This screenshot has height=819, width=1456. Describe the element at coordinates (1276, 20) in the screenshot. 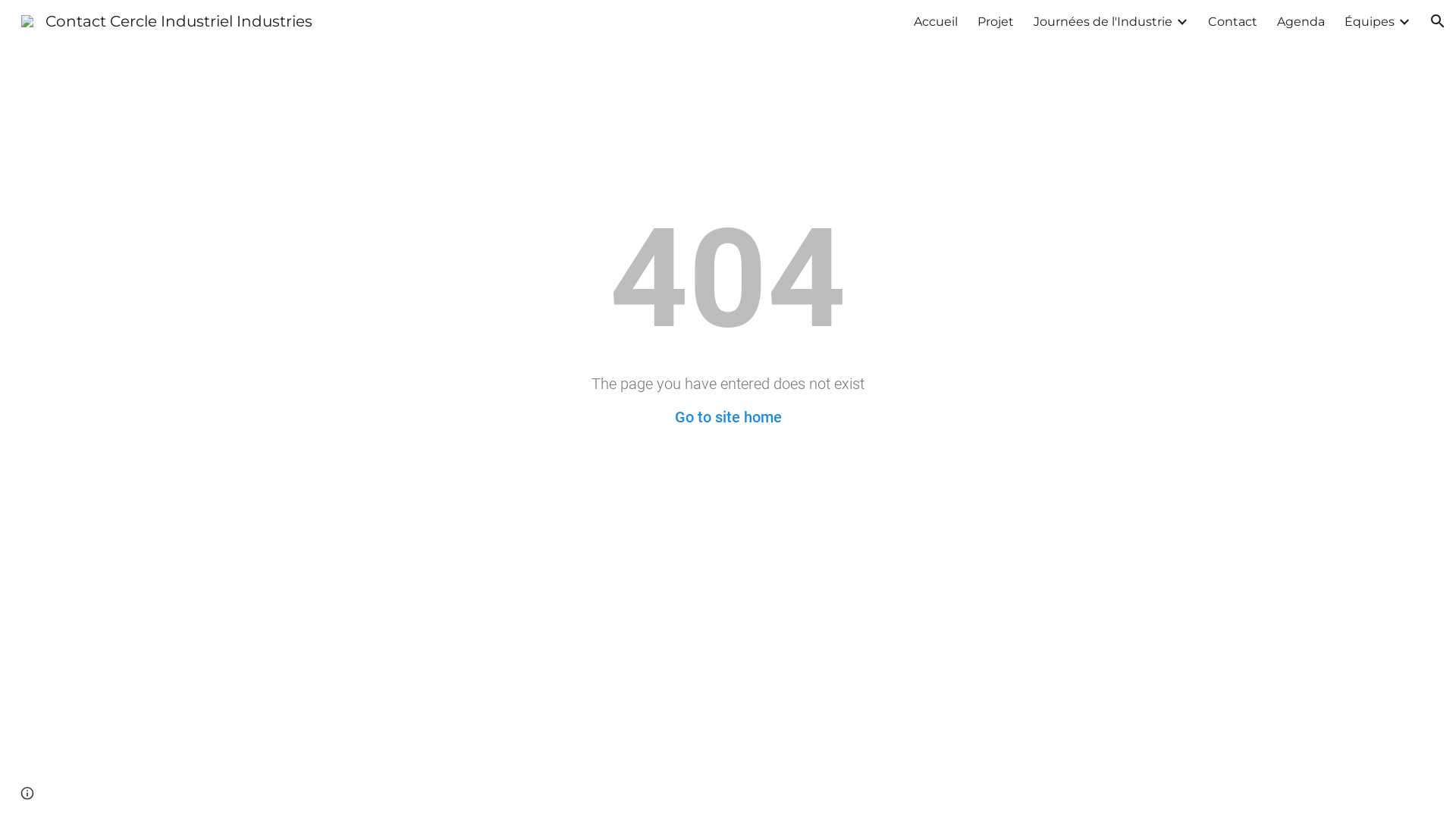

I see `'Agenda'` at that location.